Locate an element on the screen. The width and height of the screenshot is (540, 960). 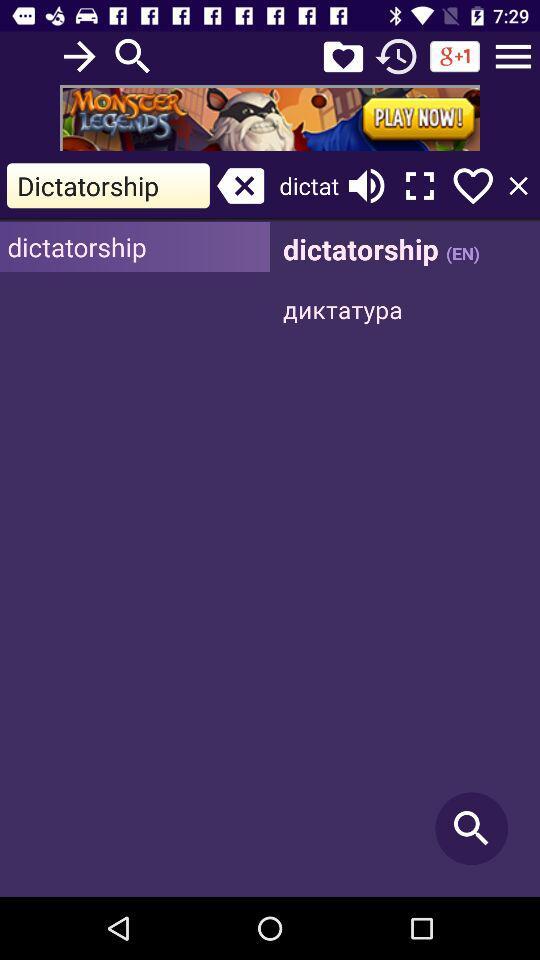
full screen is located at coordinates (419, 185).